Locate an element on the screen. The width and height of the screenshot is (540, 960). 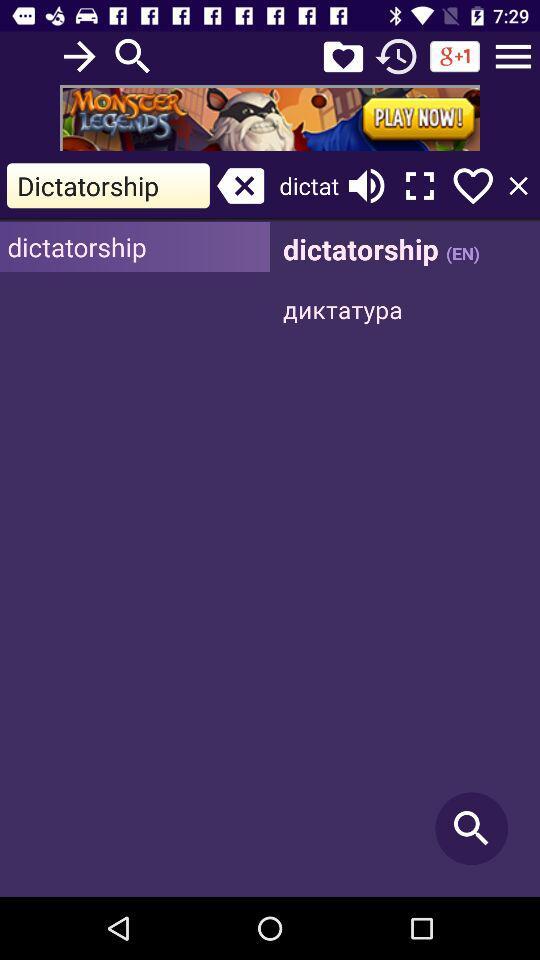
full screen is located at coordinates (419, 185).